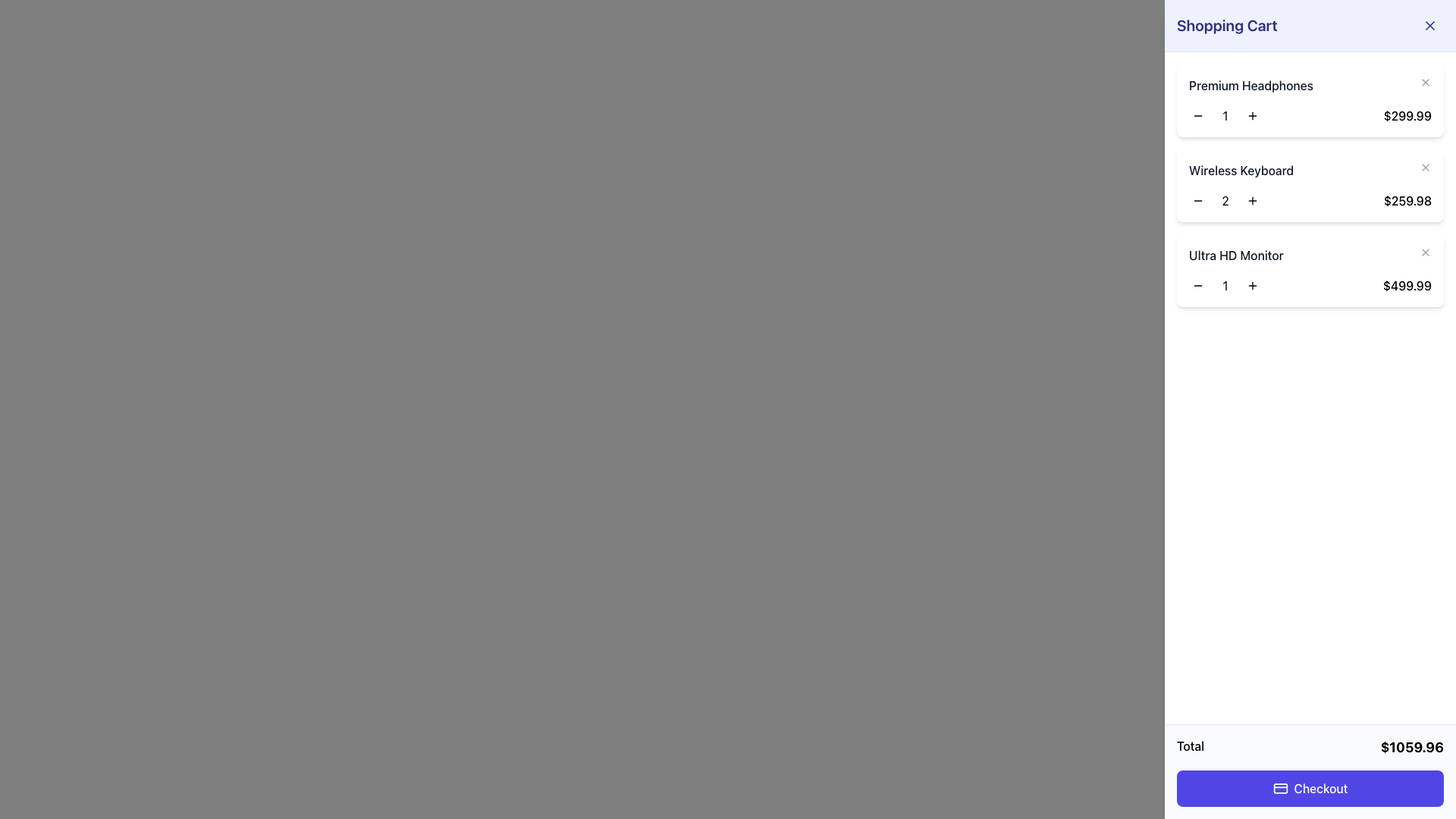 This screenshot has height=819, width=1456. I want to click on the static text label displaying 'Ultra HD Monitor' in the shopping cart interface, located in the right-hand sidebar under the 'Shopping Cart' section, so click(1236, 254).